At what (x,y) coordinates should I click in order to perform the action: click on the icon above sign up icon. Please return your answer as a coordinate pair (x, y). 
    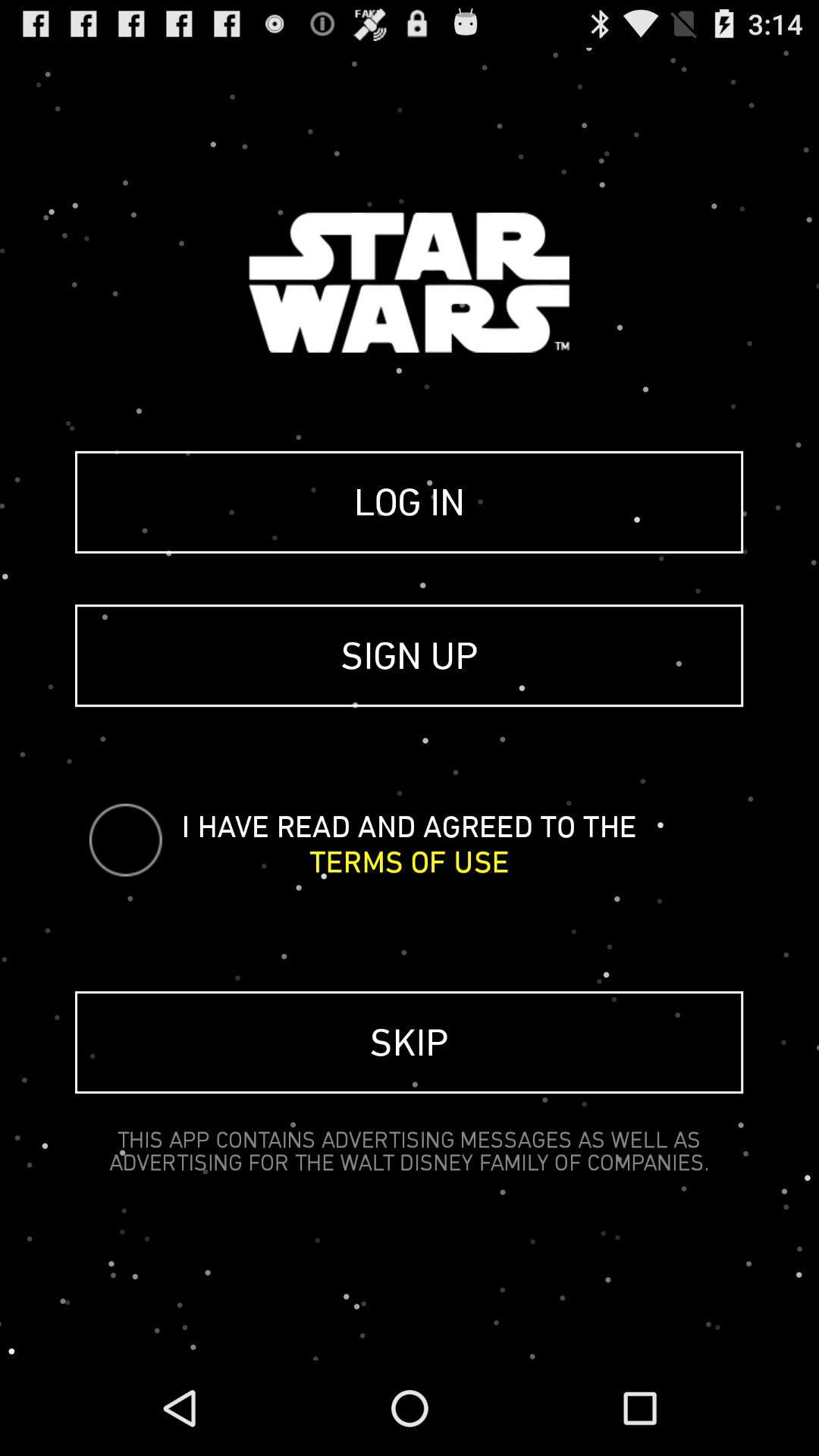
    Looking at the image, I should click on (408, 502).